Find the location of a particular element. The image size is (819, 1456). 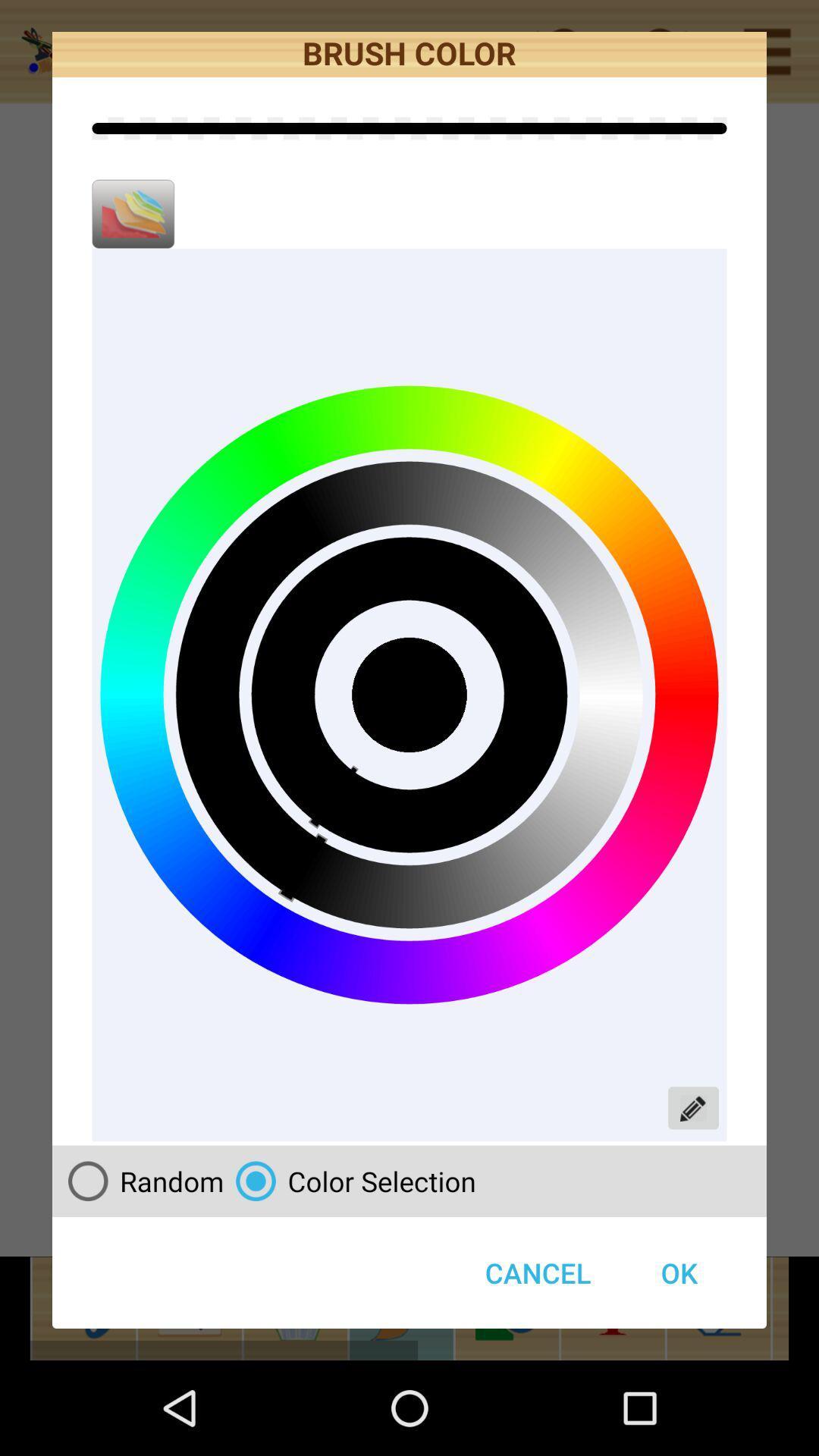

the random icon is located at coordinates (140, 1180).